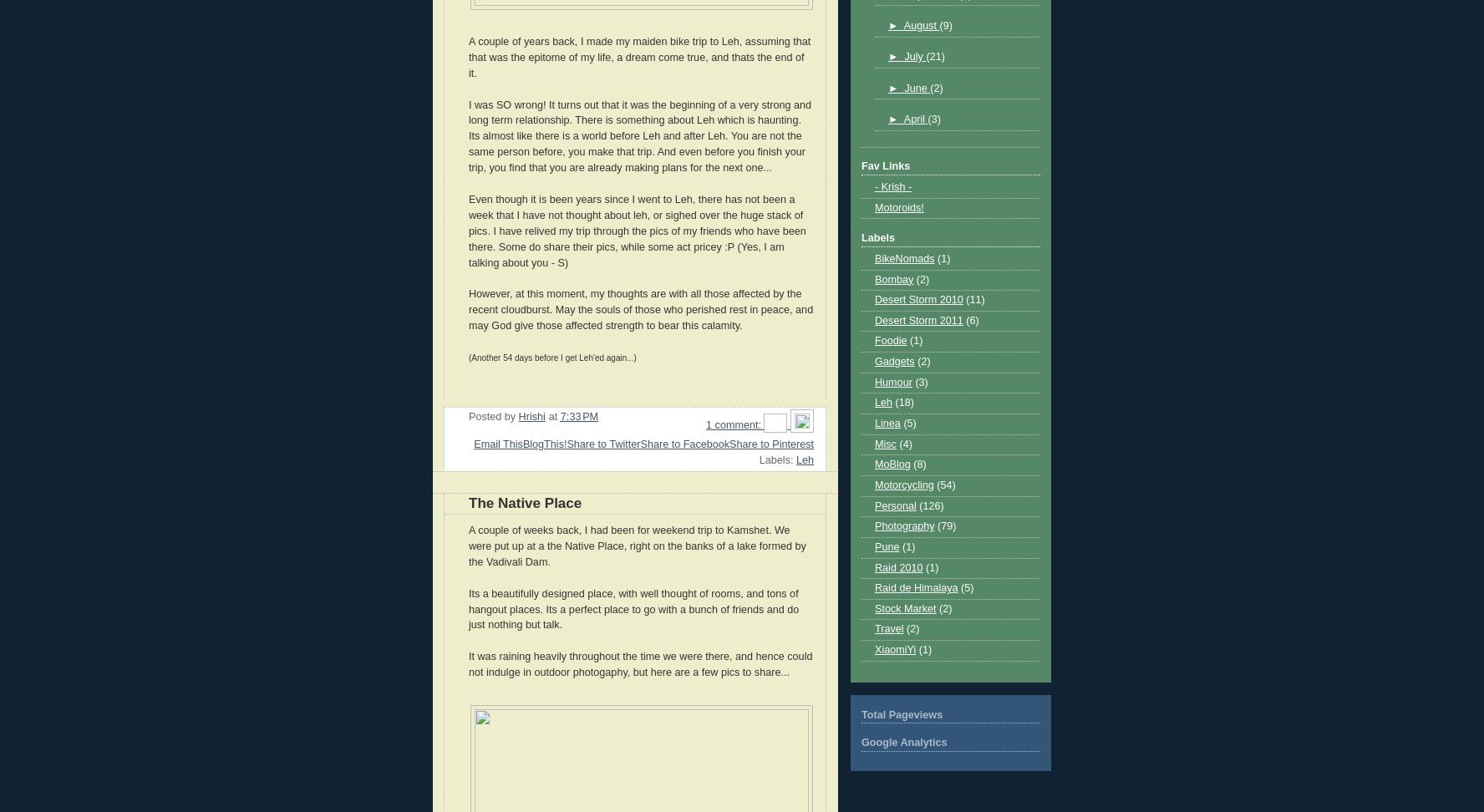 This screenshot has height=812, width=1484. Describe the element at coordinates (898, 206) in the screenshot. I see `'Motoroids!'` at that location.